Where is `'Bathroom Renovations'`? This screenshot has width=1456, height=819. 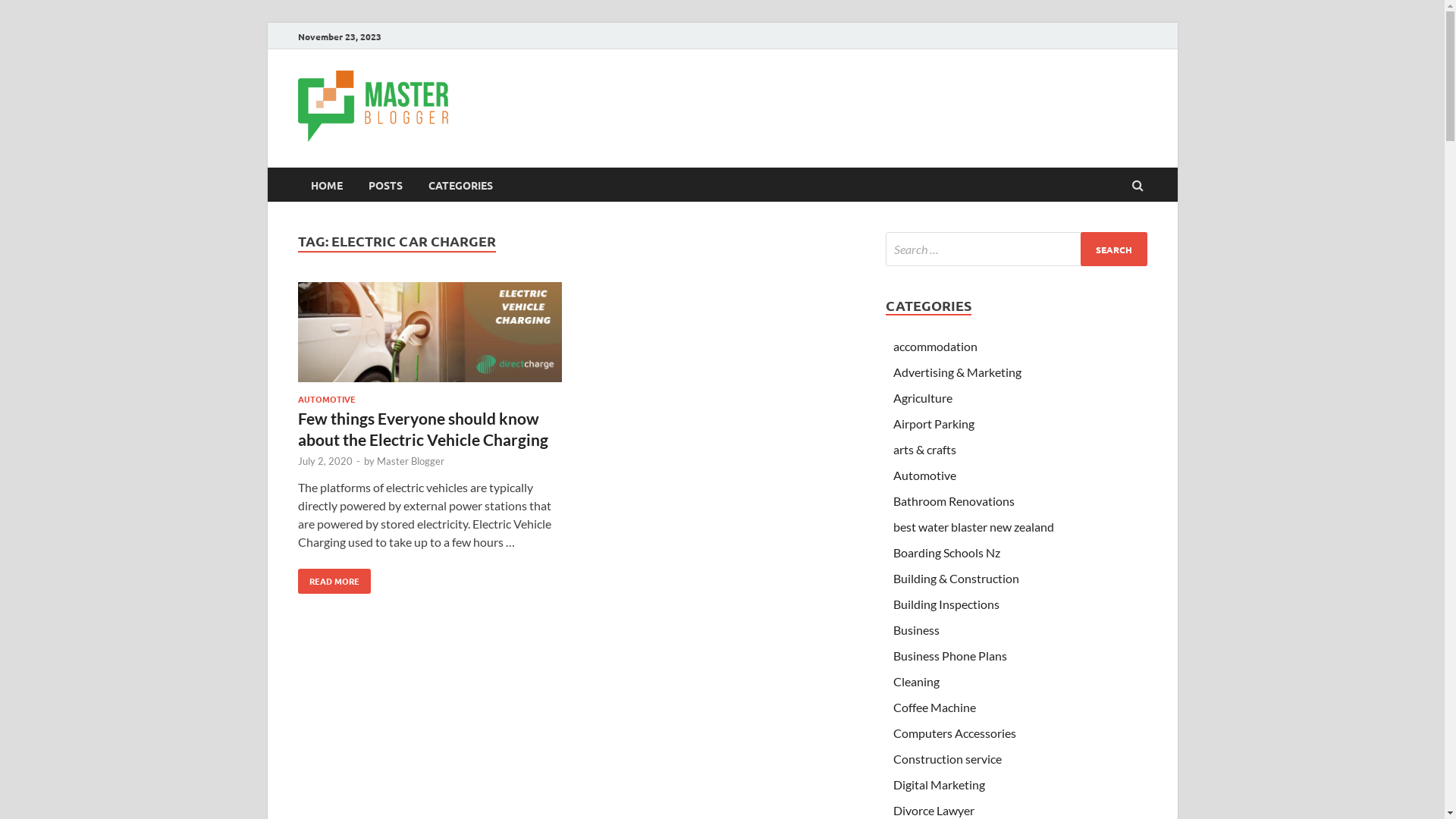
'Bathroom Renovations' is located at coordinates (952, 500).